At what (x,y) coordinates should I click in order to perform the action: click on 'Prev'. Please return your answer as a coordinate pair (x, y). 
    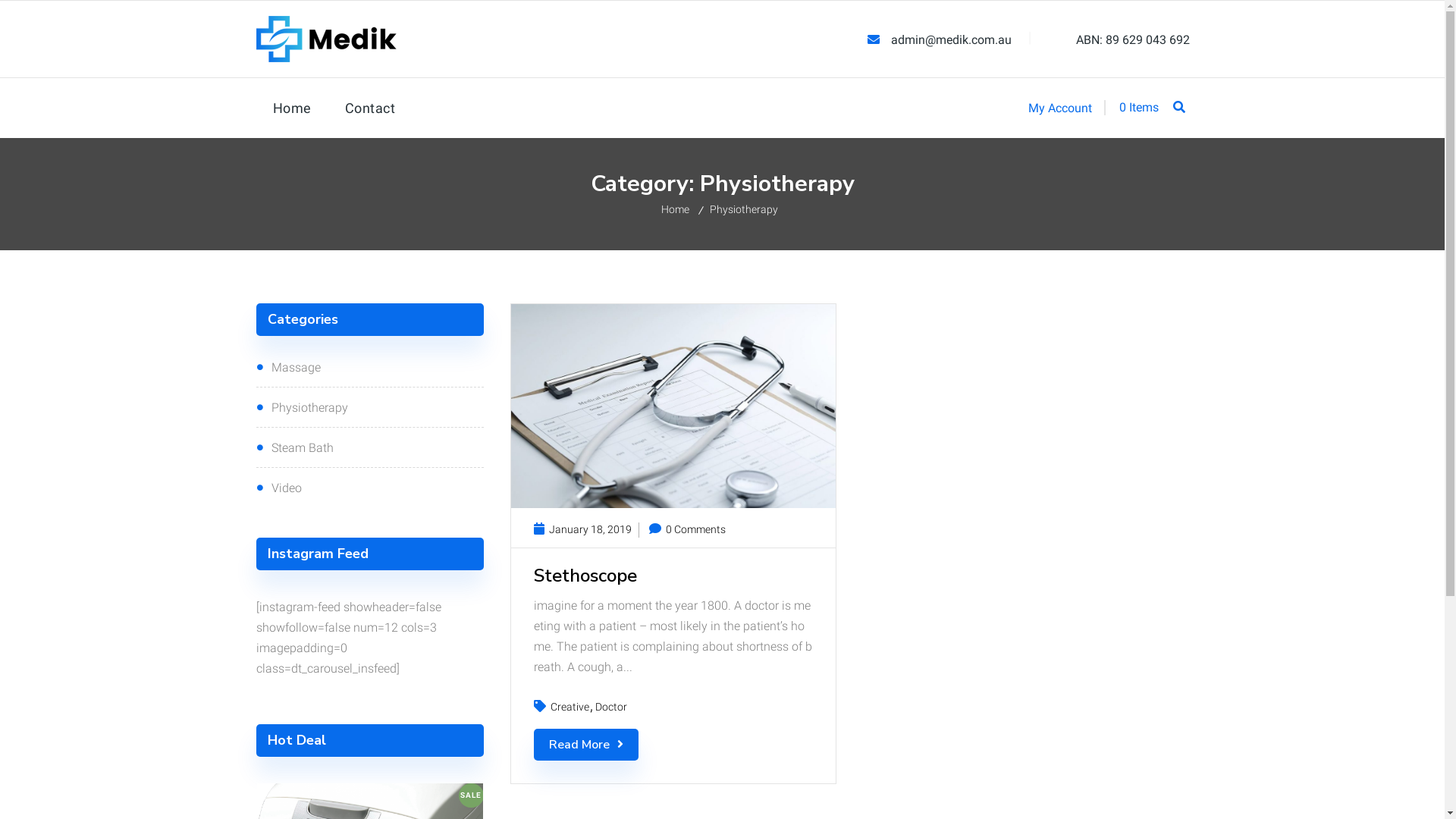
    Looking at the image, I should click on (483, 405).